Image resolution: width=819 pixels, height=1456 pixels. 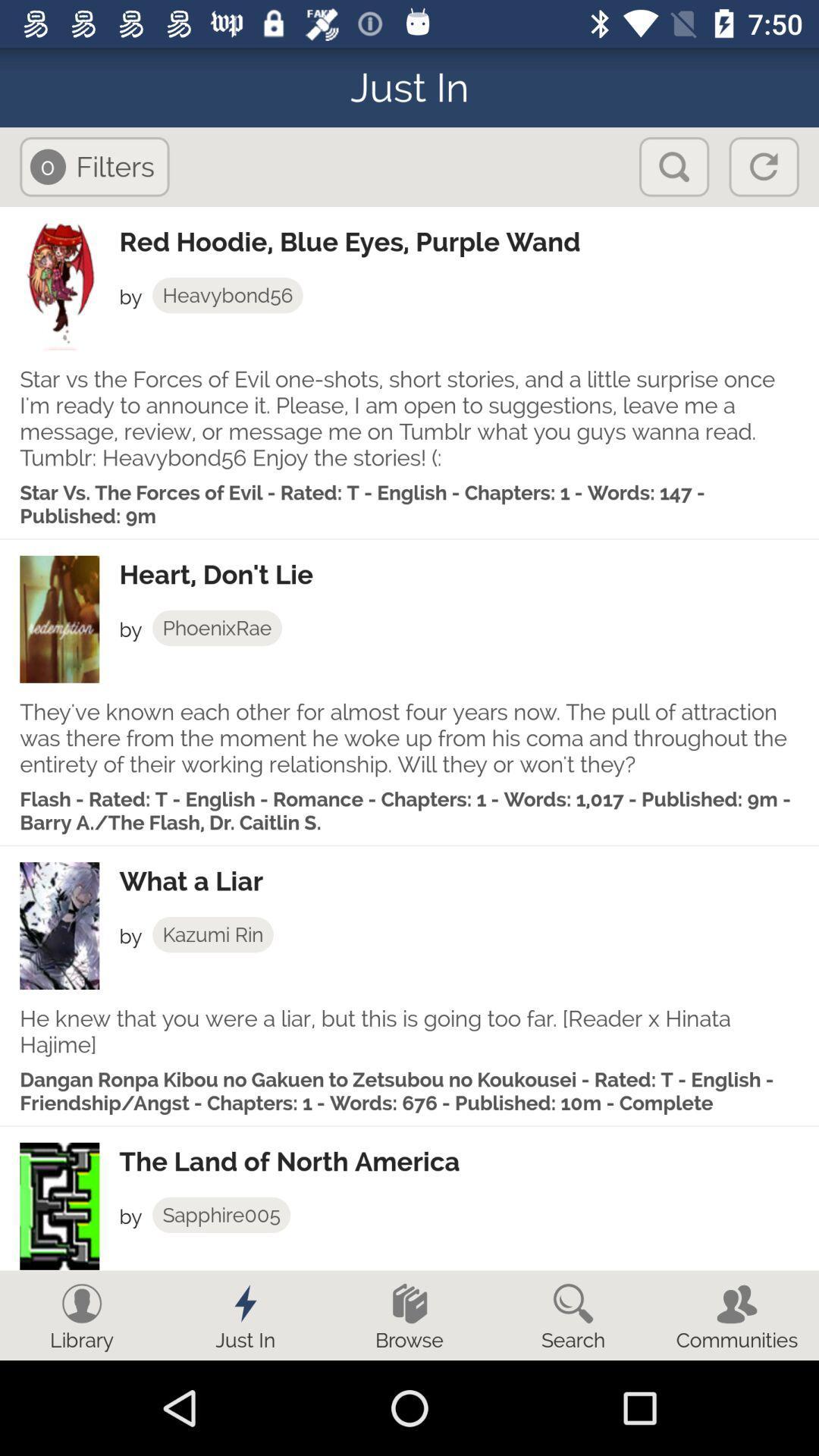 I want to click on app below the the land of, so click(x=221, y=1215).